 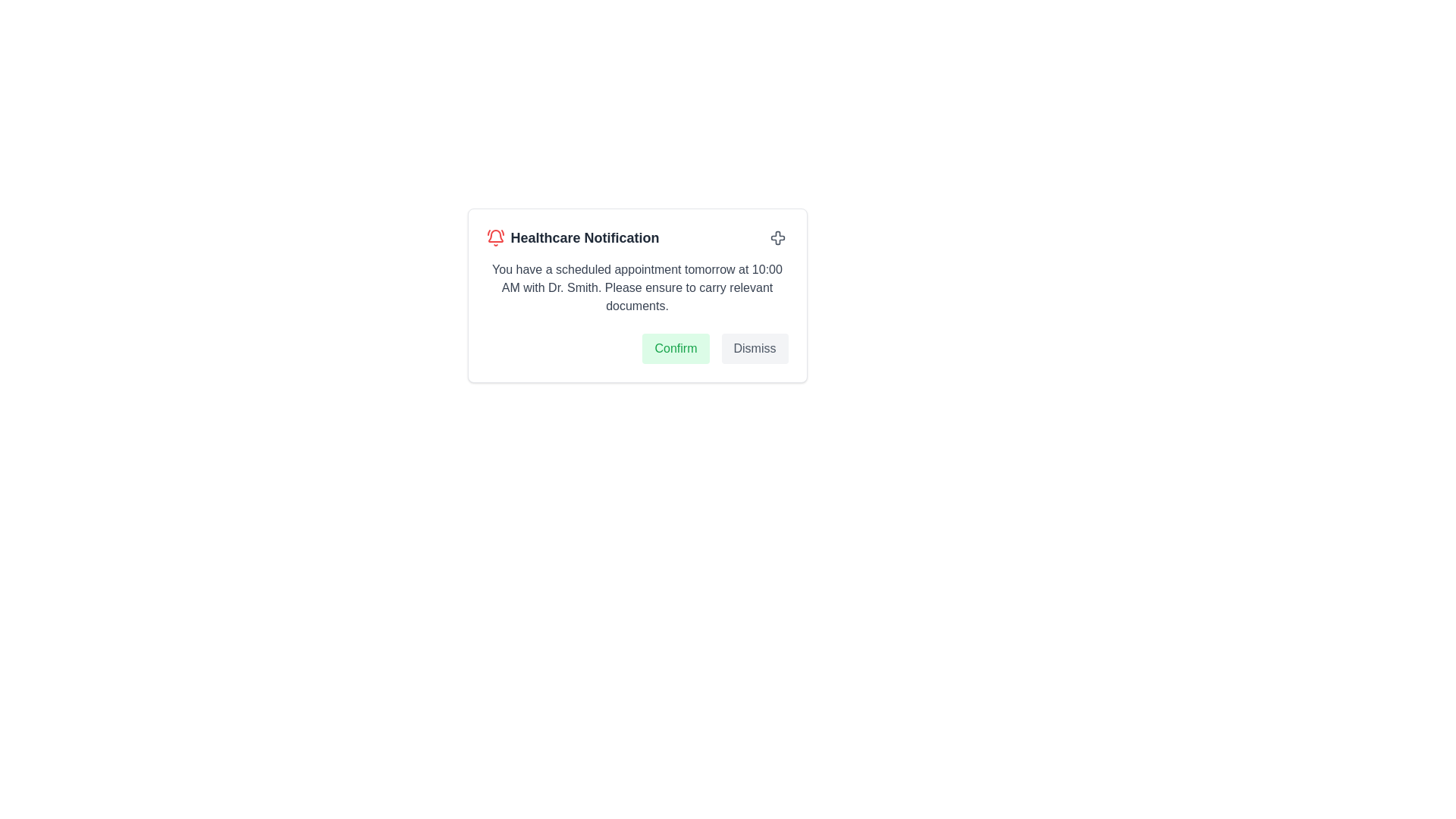 I want to click on the static text element displaying the notification message about the scheduled appointment with Dr. Smith, so click(x=637, y=288).